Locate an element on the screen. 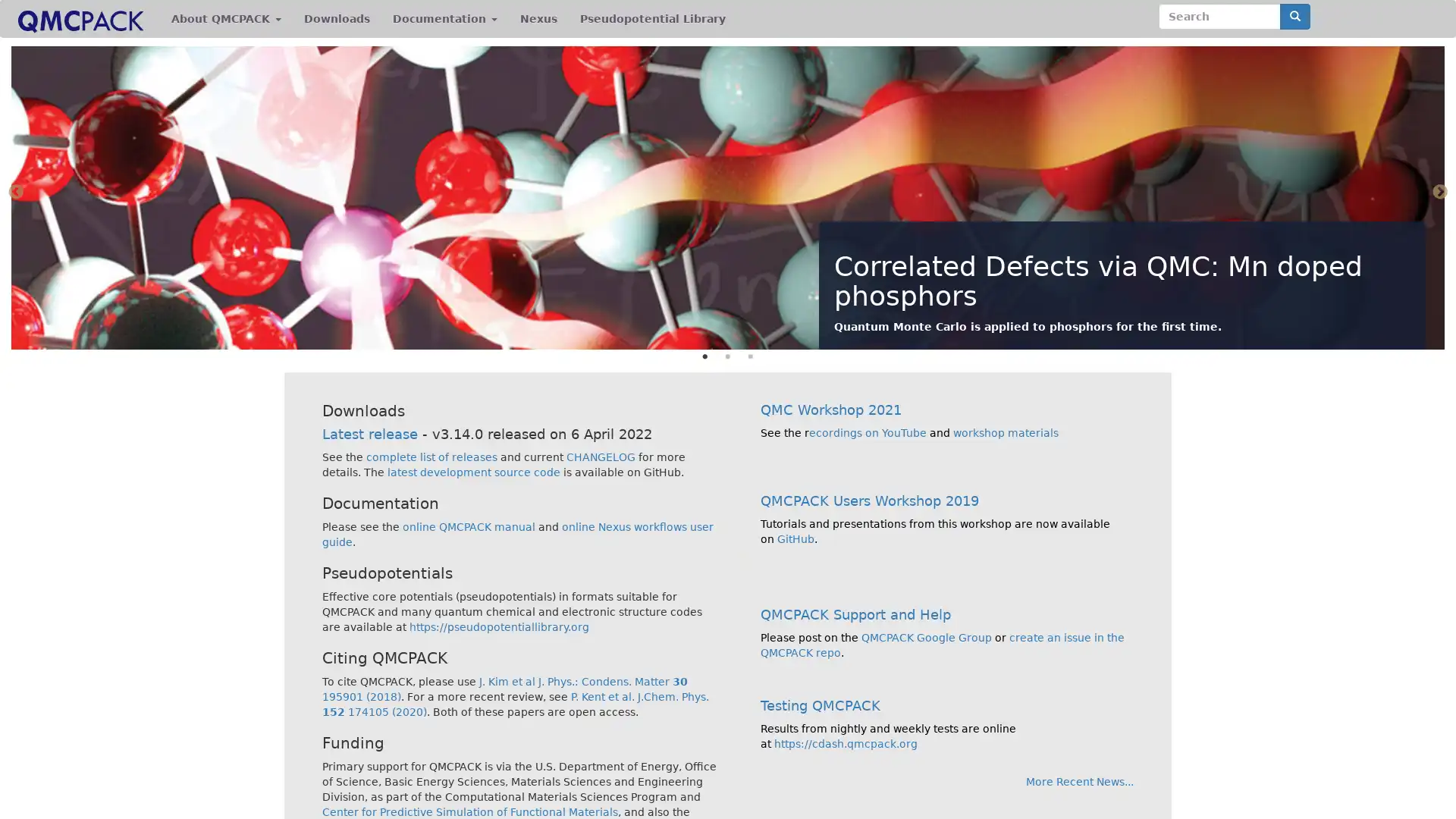  Search is located at coordinates (1294, 17).